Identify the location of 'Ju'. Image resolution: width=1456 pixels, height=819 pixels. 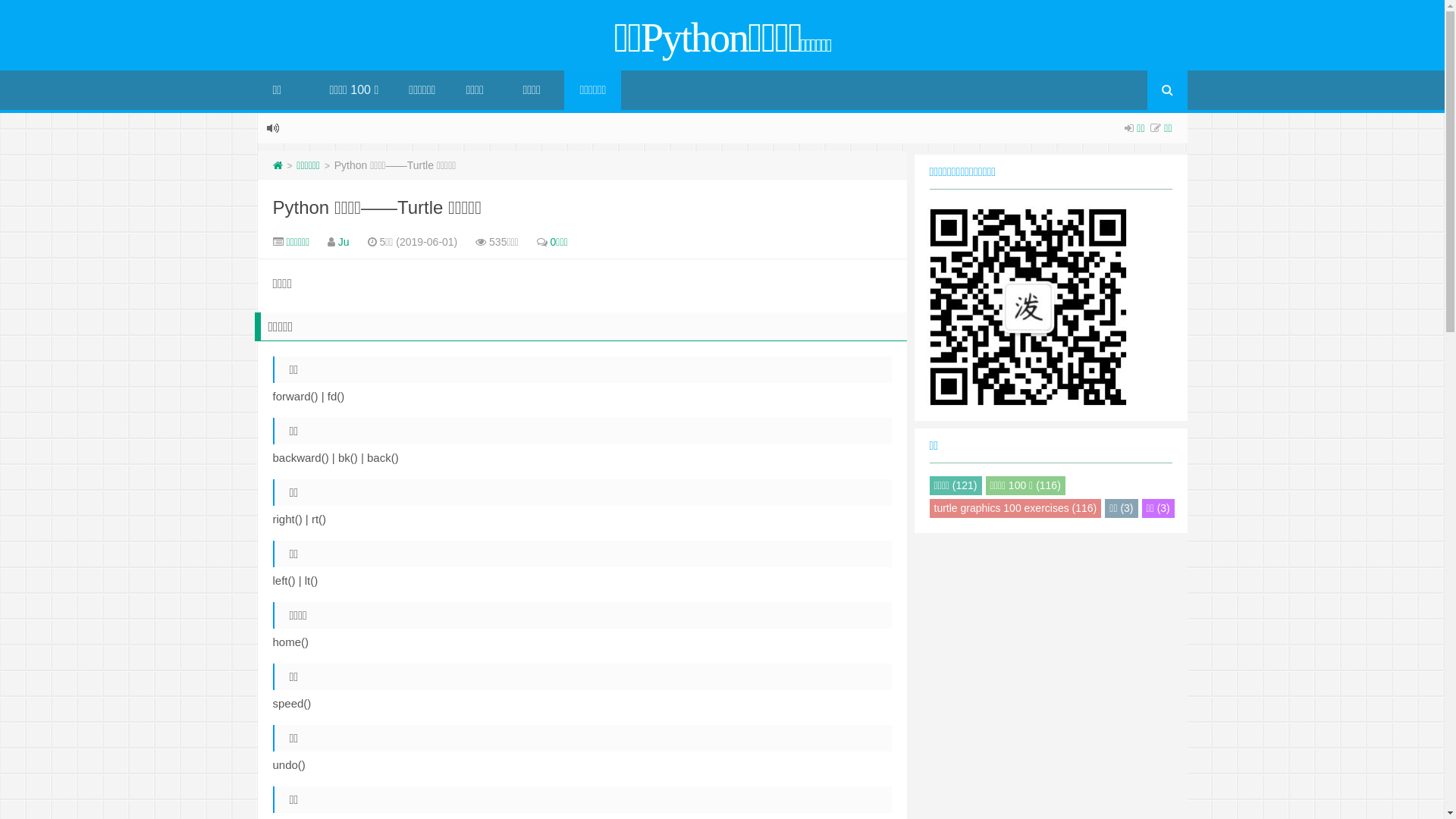
(343, 241).